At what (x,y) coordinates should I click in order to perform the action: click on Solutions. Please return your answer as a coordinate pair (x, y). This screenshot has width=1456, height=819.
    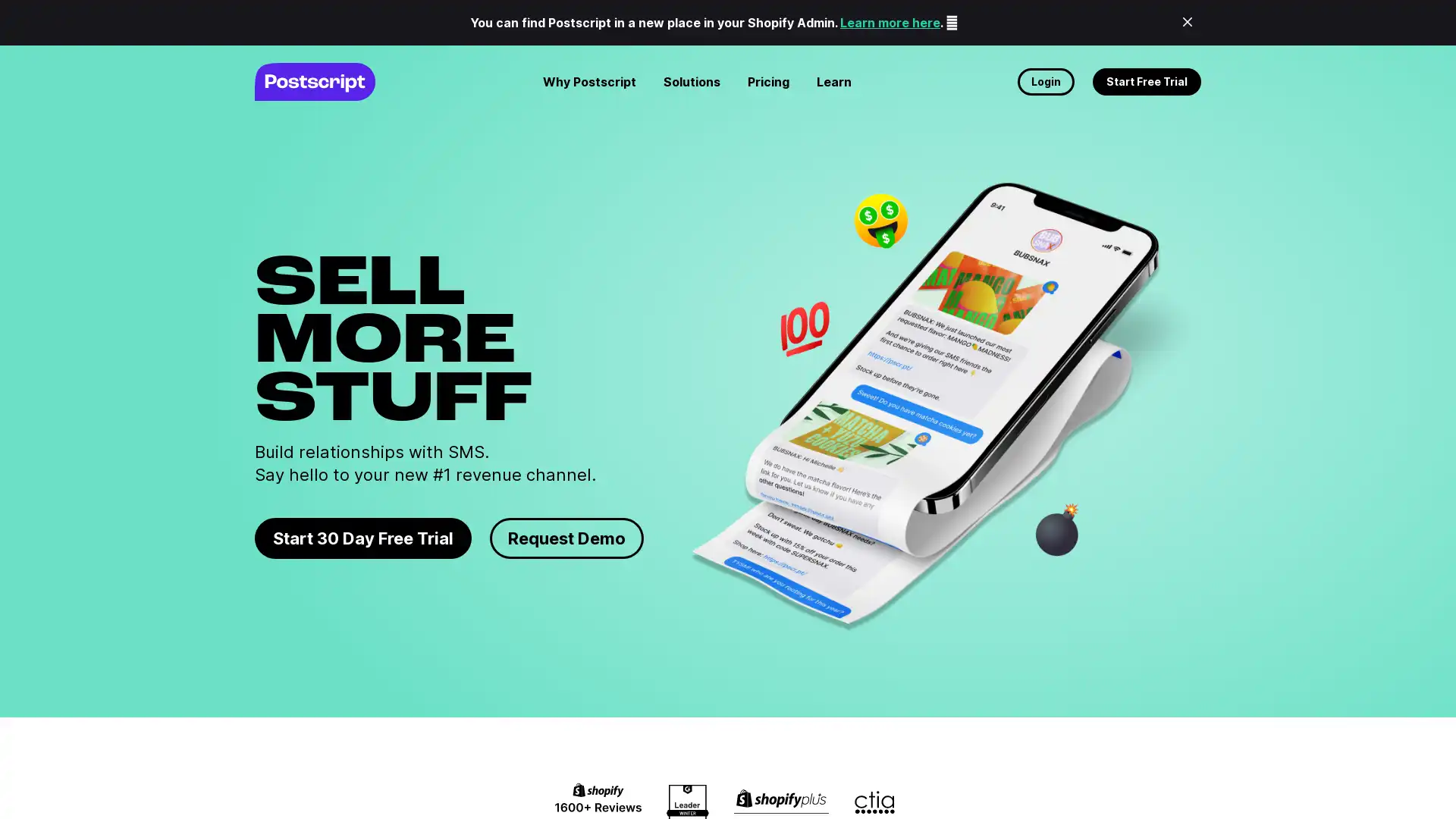
    Looking at the image, I should click on (690, 81).